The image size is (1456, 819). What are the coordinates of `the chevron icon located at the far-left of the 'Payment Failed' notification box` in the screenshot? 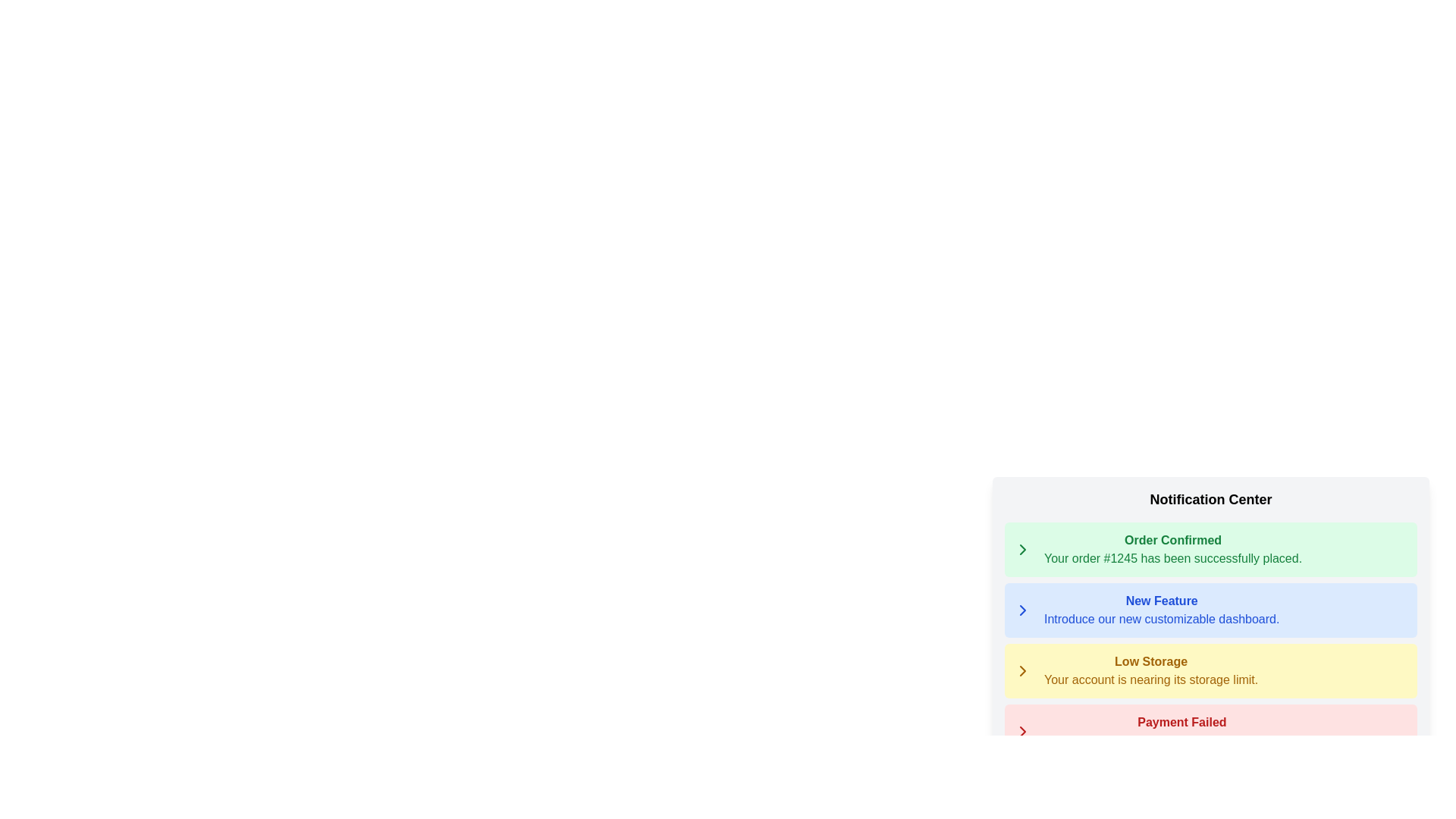 It's located at (1022, 730).